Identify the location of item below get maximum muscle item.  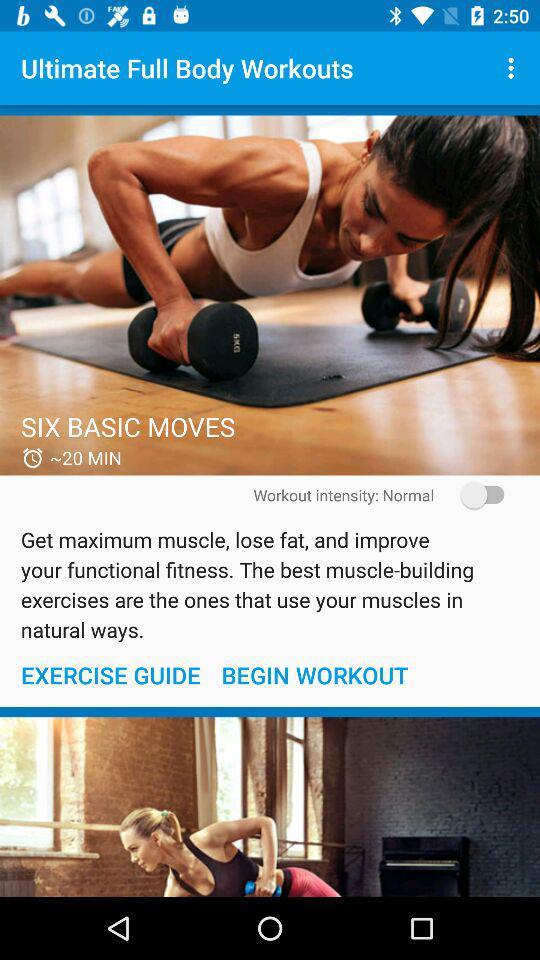
(314, 675).